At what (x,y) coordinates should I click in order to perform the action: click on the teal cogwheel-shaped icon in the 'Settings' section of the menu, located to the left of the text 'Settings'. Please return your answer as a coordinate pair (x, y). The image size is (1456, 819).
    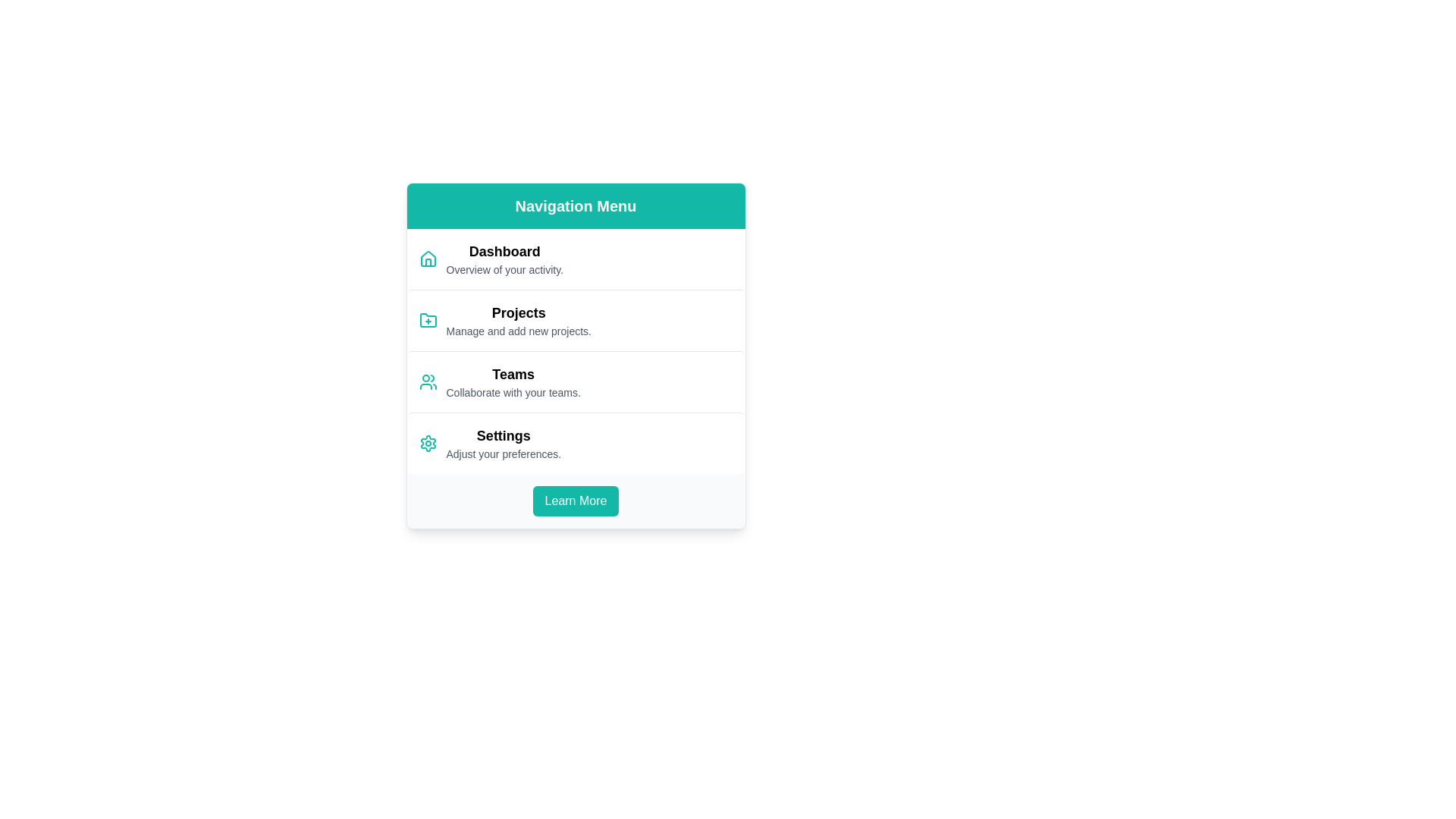
    Looking at the image, I should click on (427, 444).